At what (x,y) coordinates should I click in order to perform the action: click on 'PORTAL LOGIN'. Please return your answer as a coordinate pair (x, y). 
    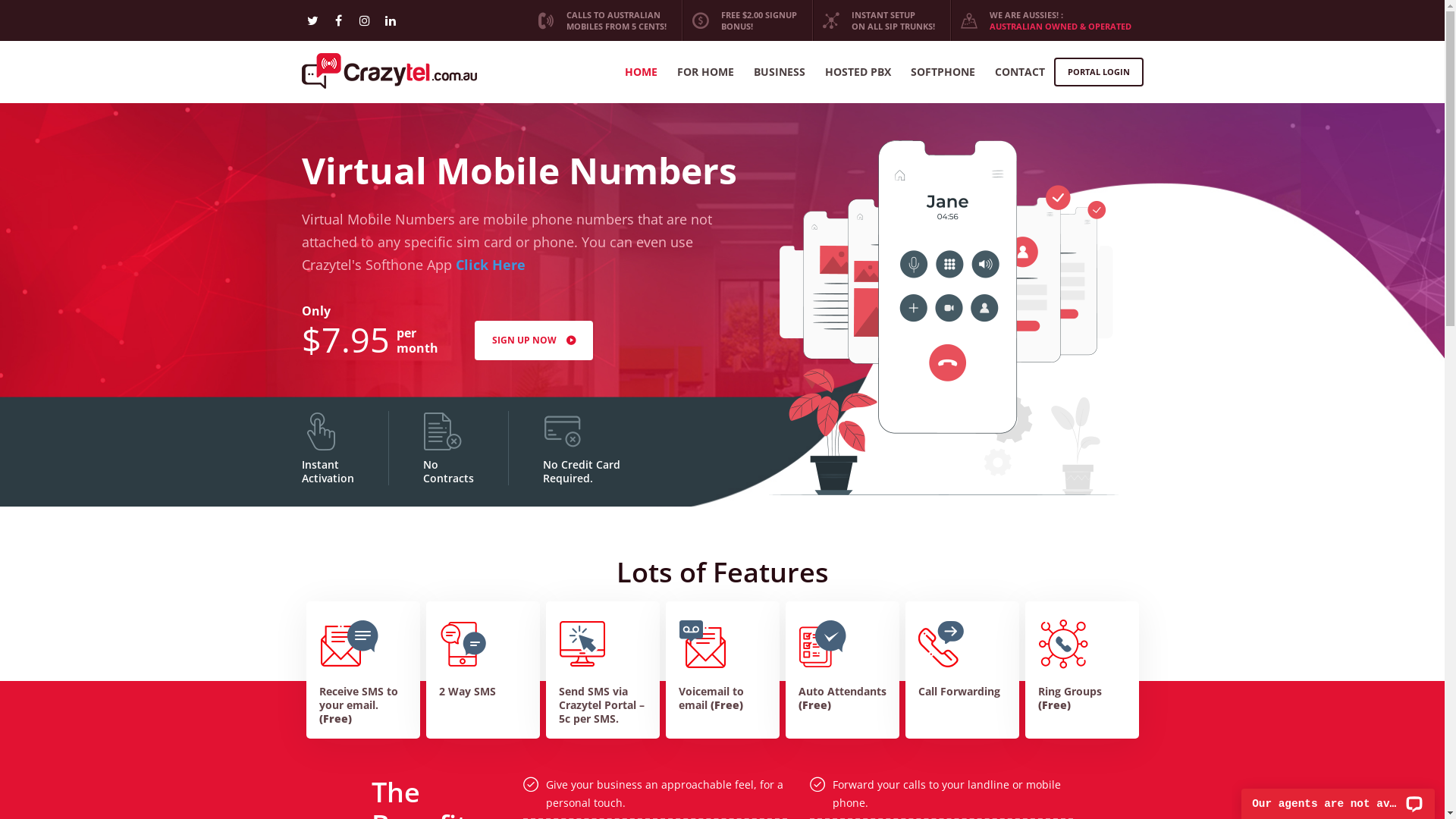
    Looking at the image, I should click on (1099, 72).